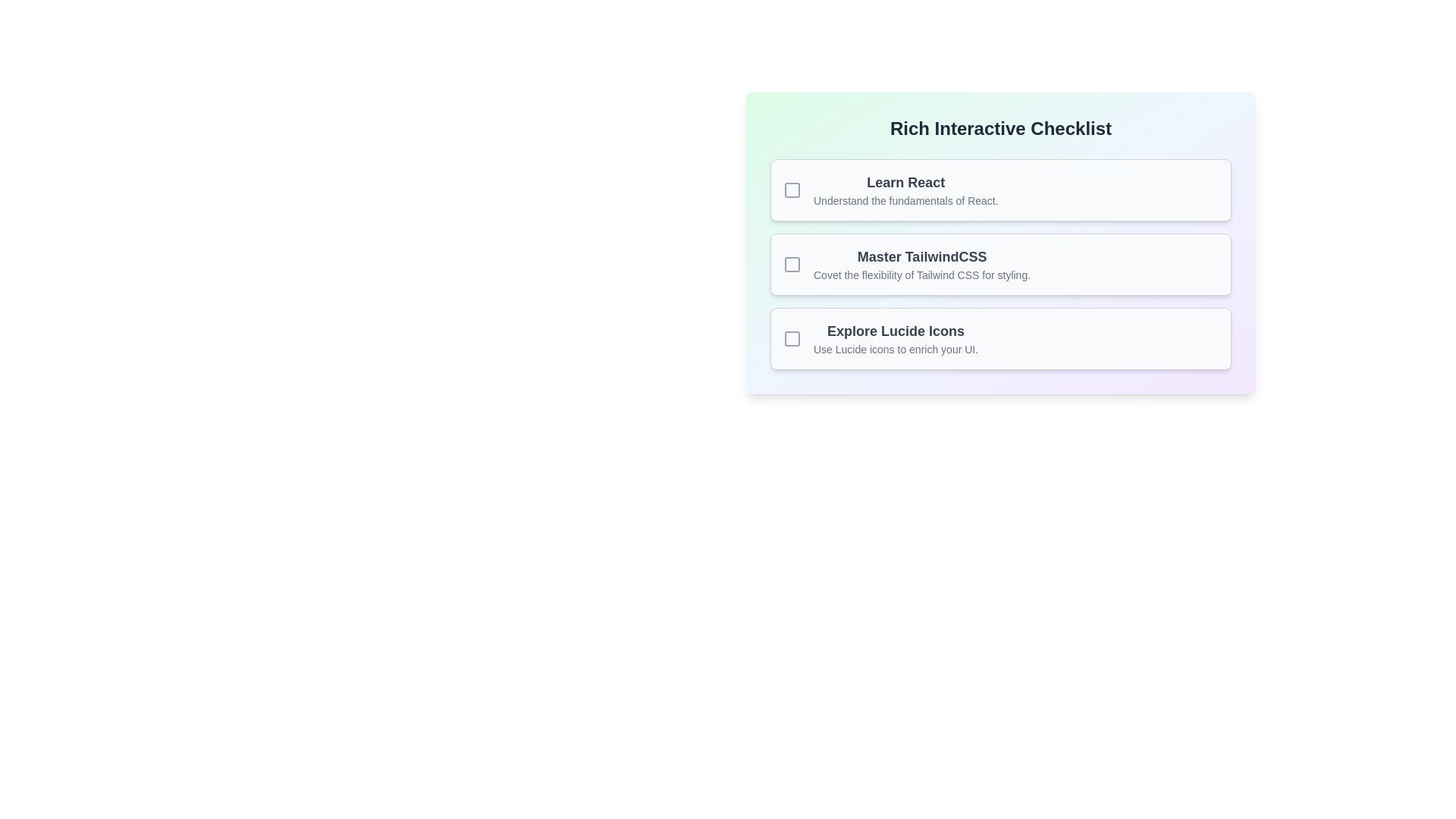  What do you see at coordinates (905, 189) in the screenshot?
I see `the Text block (rich text) that describes the title and details of a checklist item related to learning React, which is the first item in the 'Rich Interactive Checklist.'` at bounding box center [905, 189].